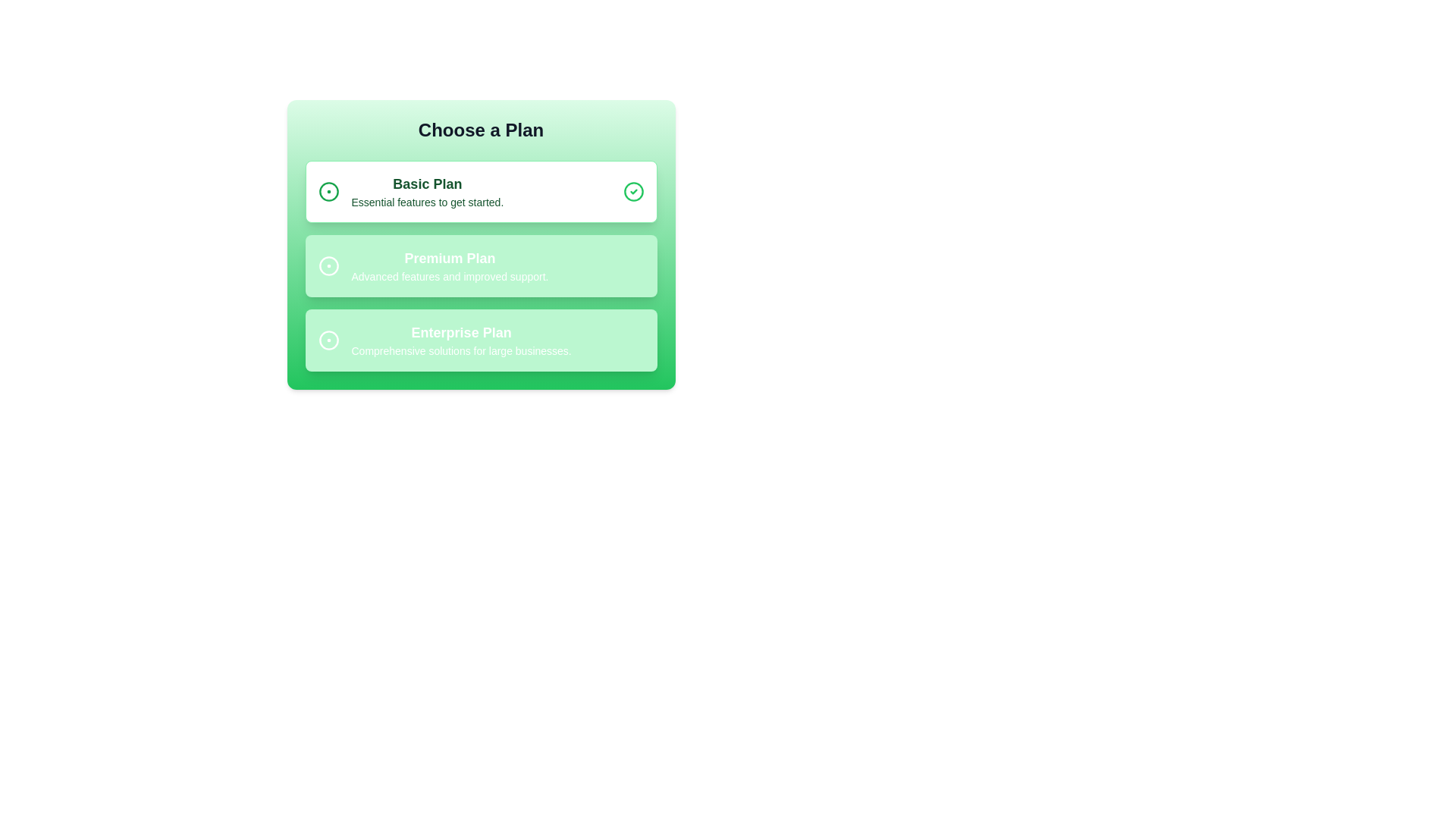  What do you see at coordinates (460, 350) in the screenshot?
I see `the descriptive text element providing information about the 'Enterprise Plan' option, which is located directly below the 'Enterprise Plan' title` at bounding box center [460, 350].